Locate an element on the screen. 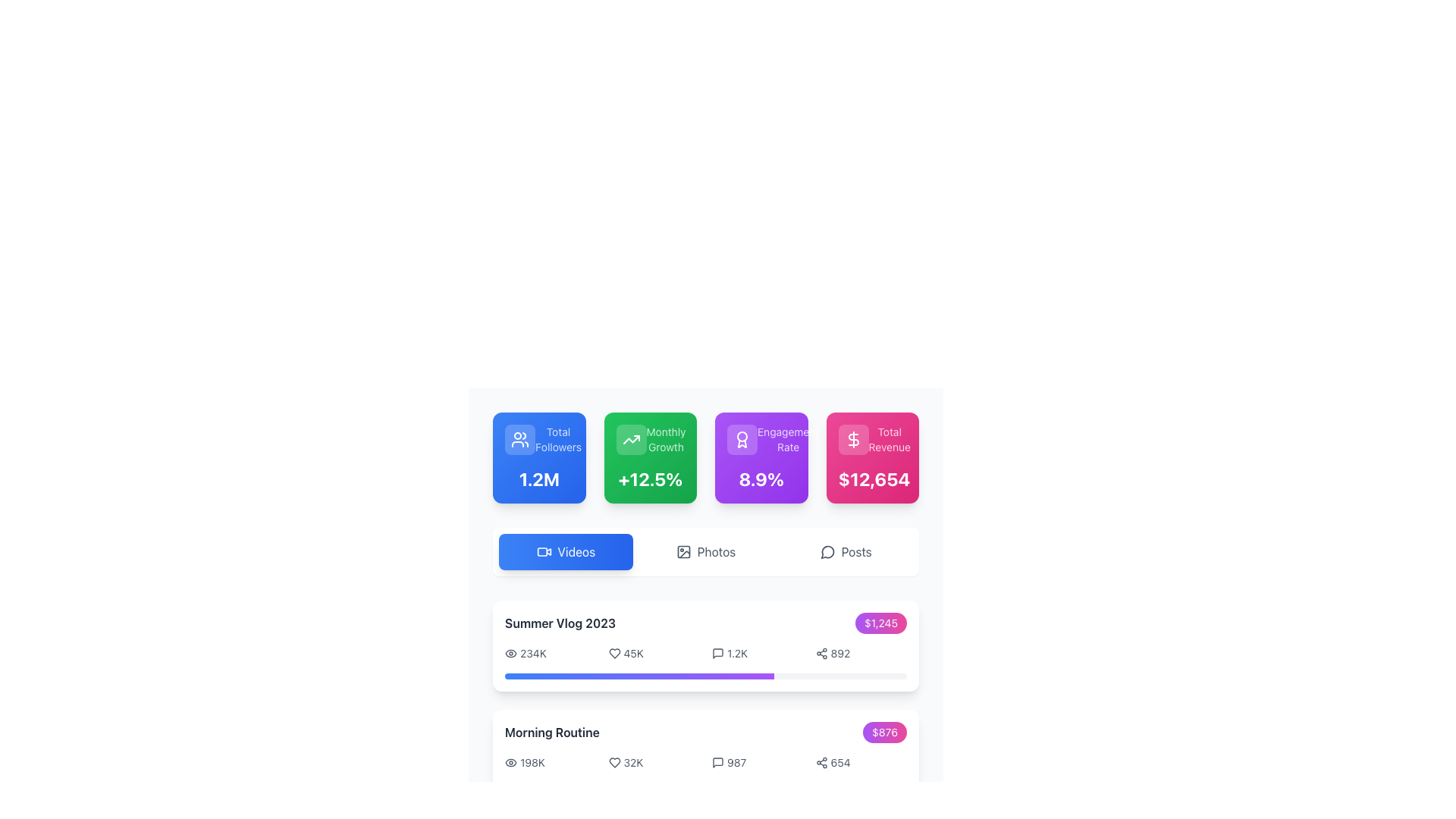  the progress bar indicating the completion percentage under the 'Summer Vlog 2023' section is located at coordinates (639, 675).